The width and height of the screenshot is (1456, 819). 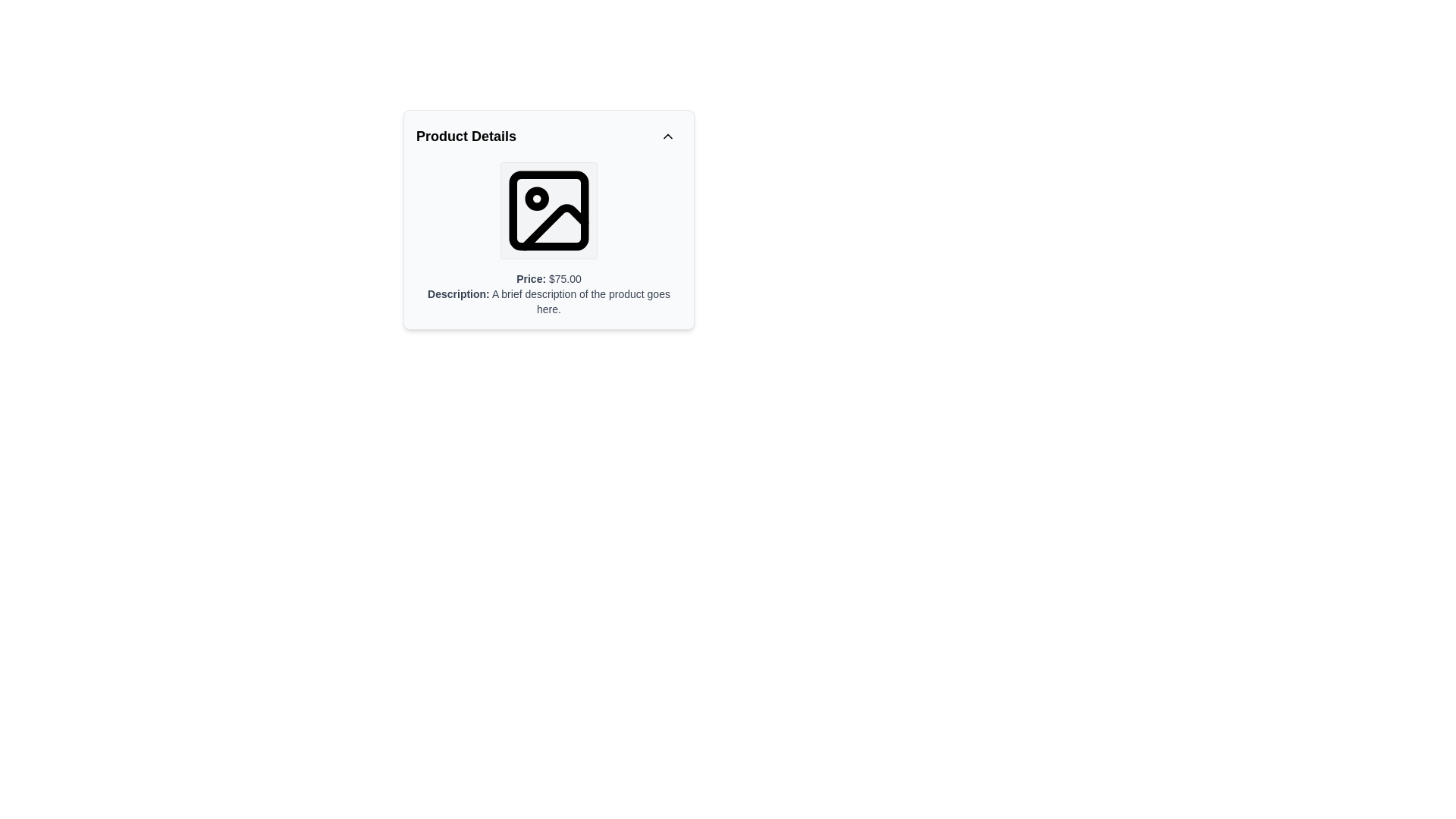 I want to click on the image placeholder located below the 'Product Details' heading, so click(x=548, y=210).